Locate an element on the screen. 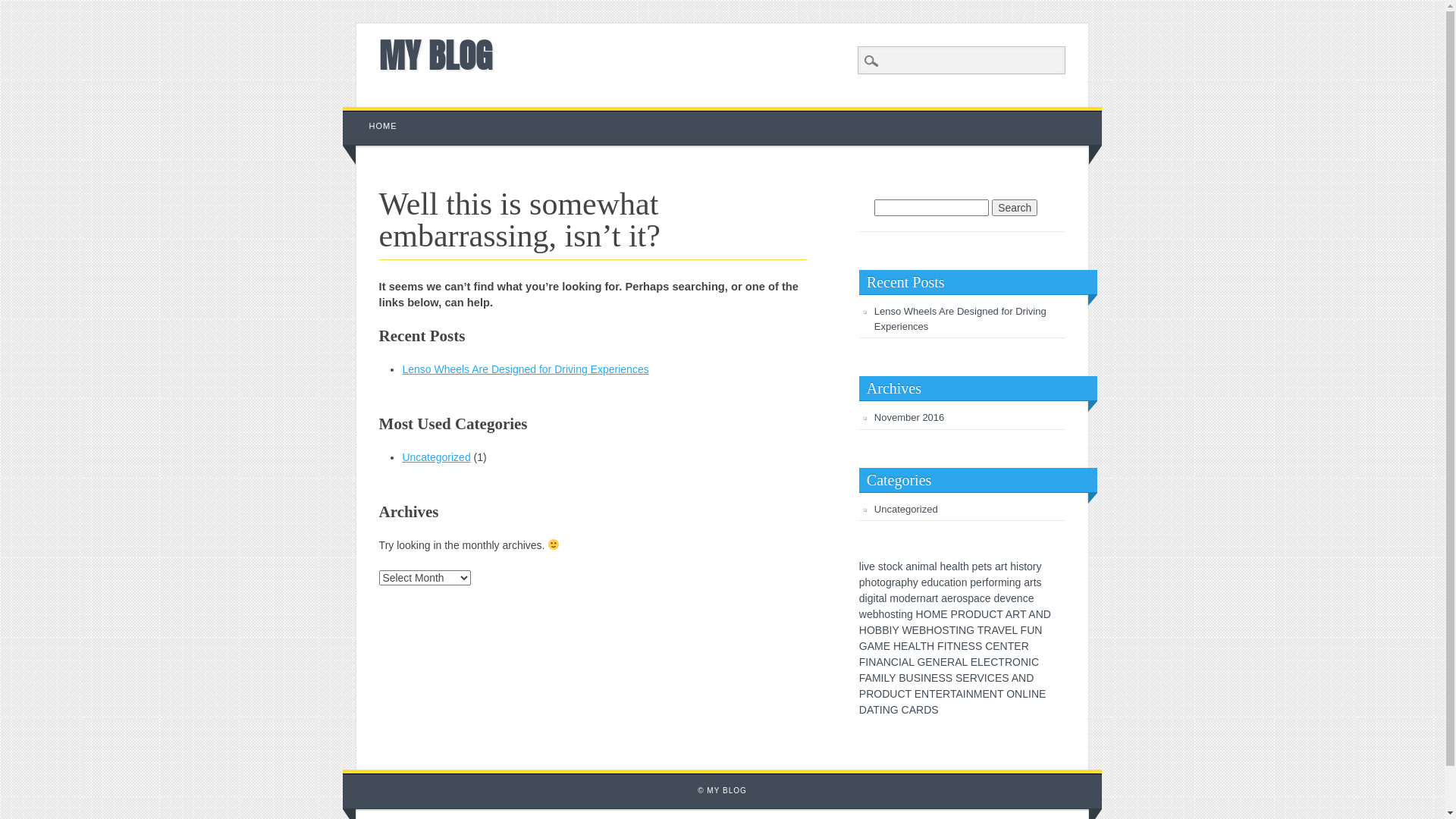 This screenshot has height=819, width=1456. 'd' is located at coordinates (996, 598).